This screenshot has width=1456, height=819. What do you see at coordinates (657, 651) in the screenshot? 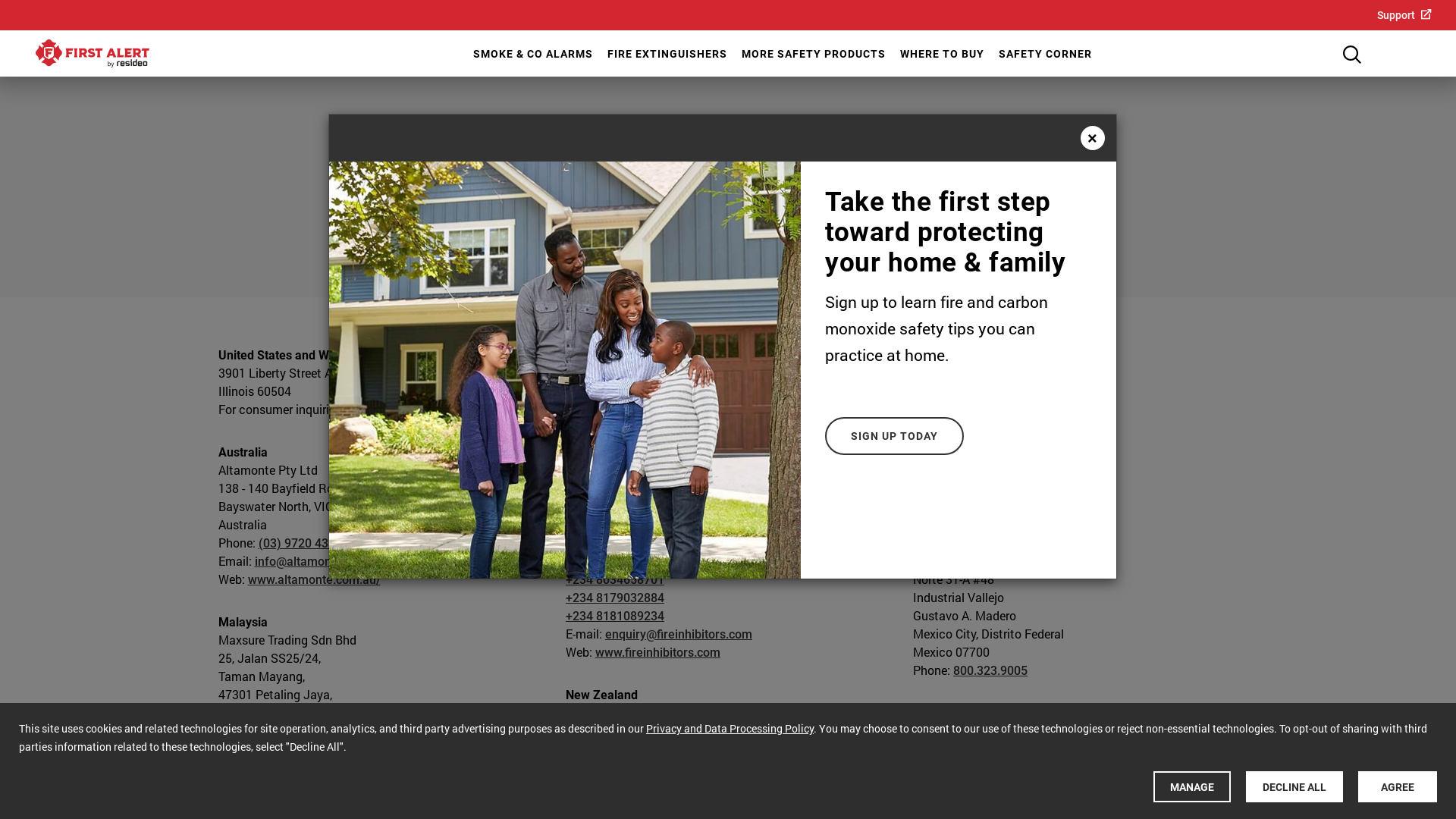
I see `'www.fireinhibitors.com'` at bounding box center [657, 651].